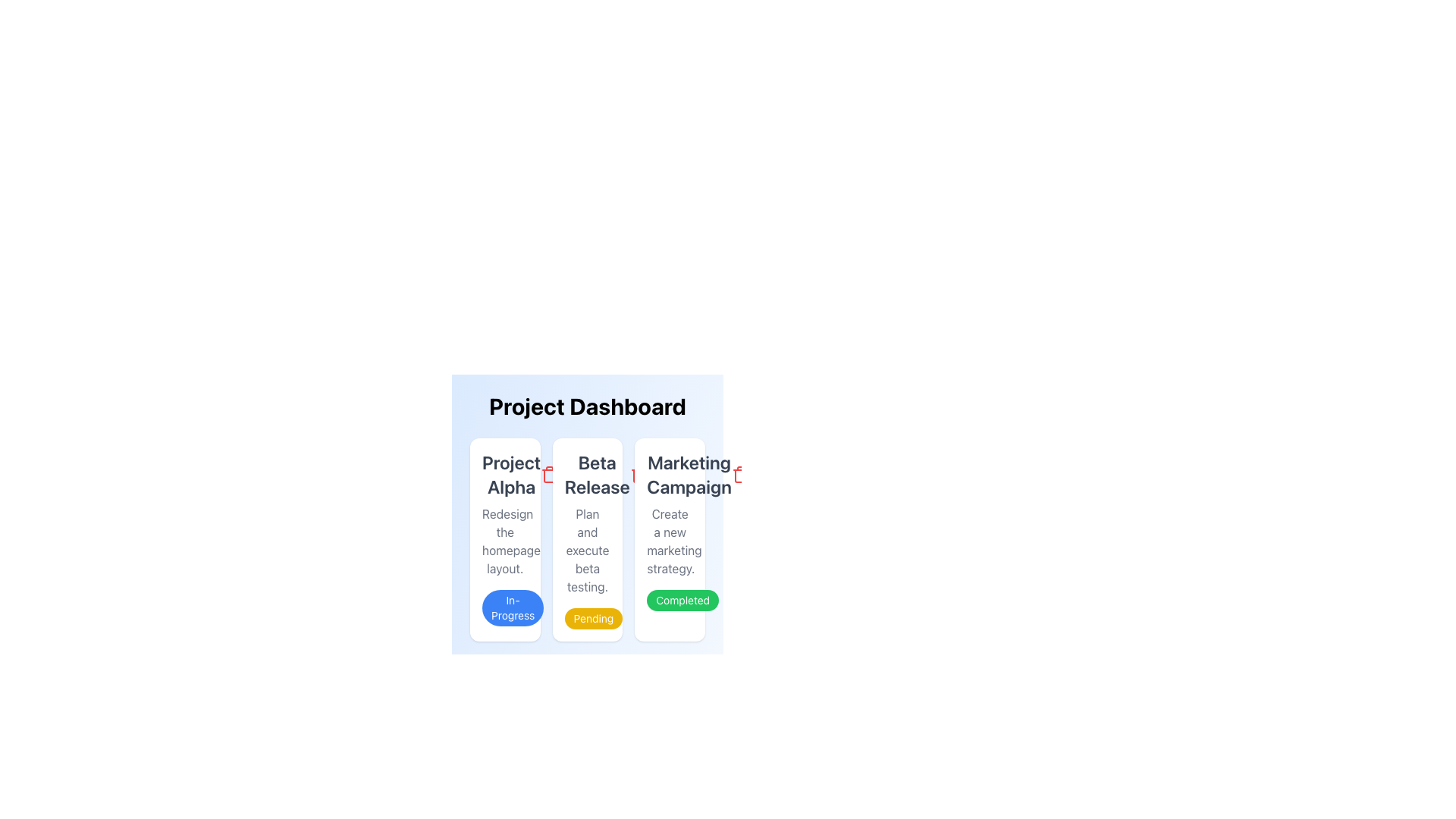 Image resolution: width=1456 pixels, height=819 pixels. Describe the element at coordinates (511, 473) in the screenshot. I see `the project title Text Label at the top of the leftmost project card` at that location.